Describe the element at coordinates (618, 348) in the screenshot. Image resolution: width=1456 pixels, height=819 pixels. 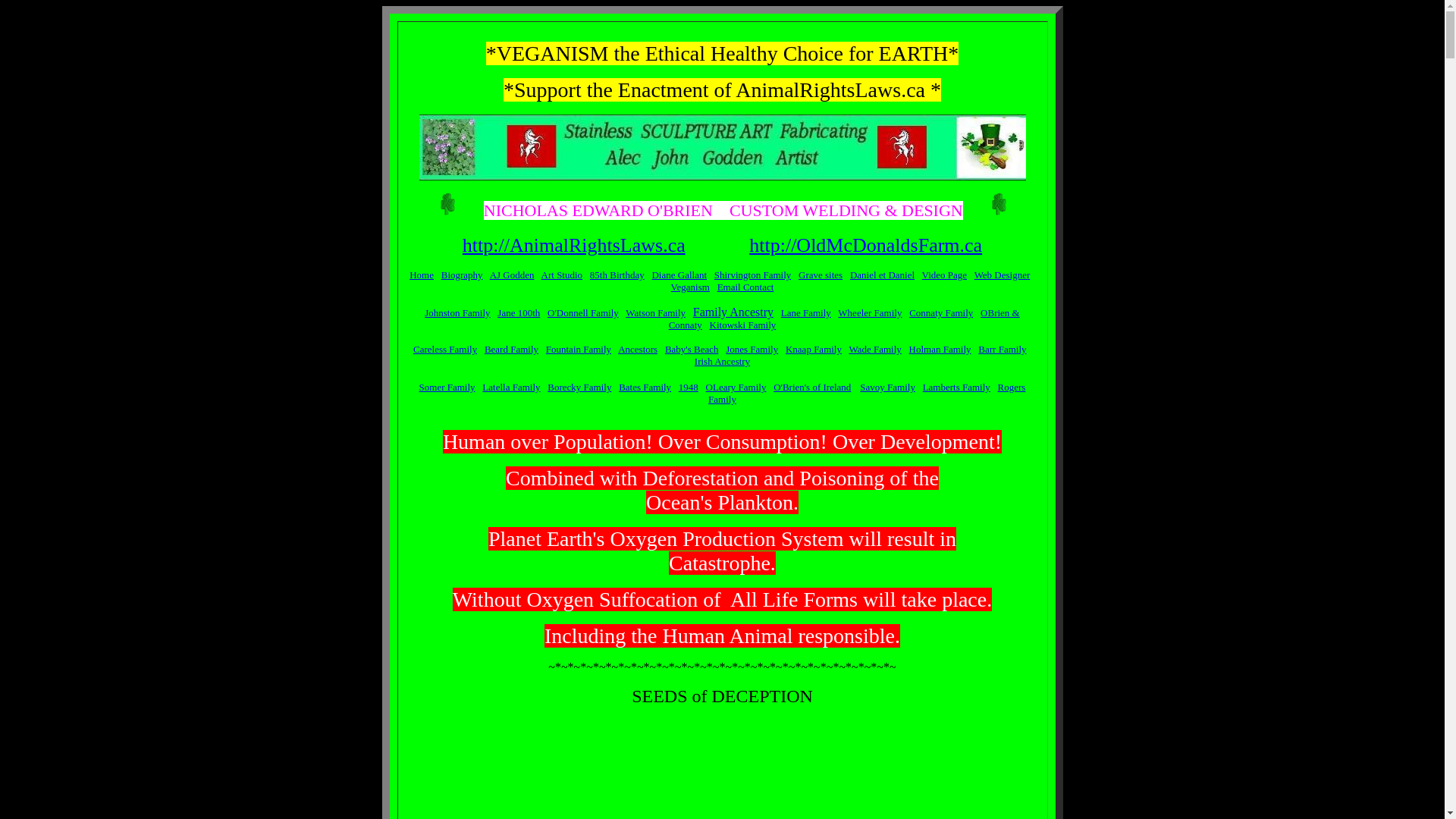
I see `'Ancestors'` at that location.